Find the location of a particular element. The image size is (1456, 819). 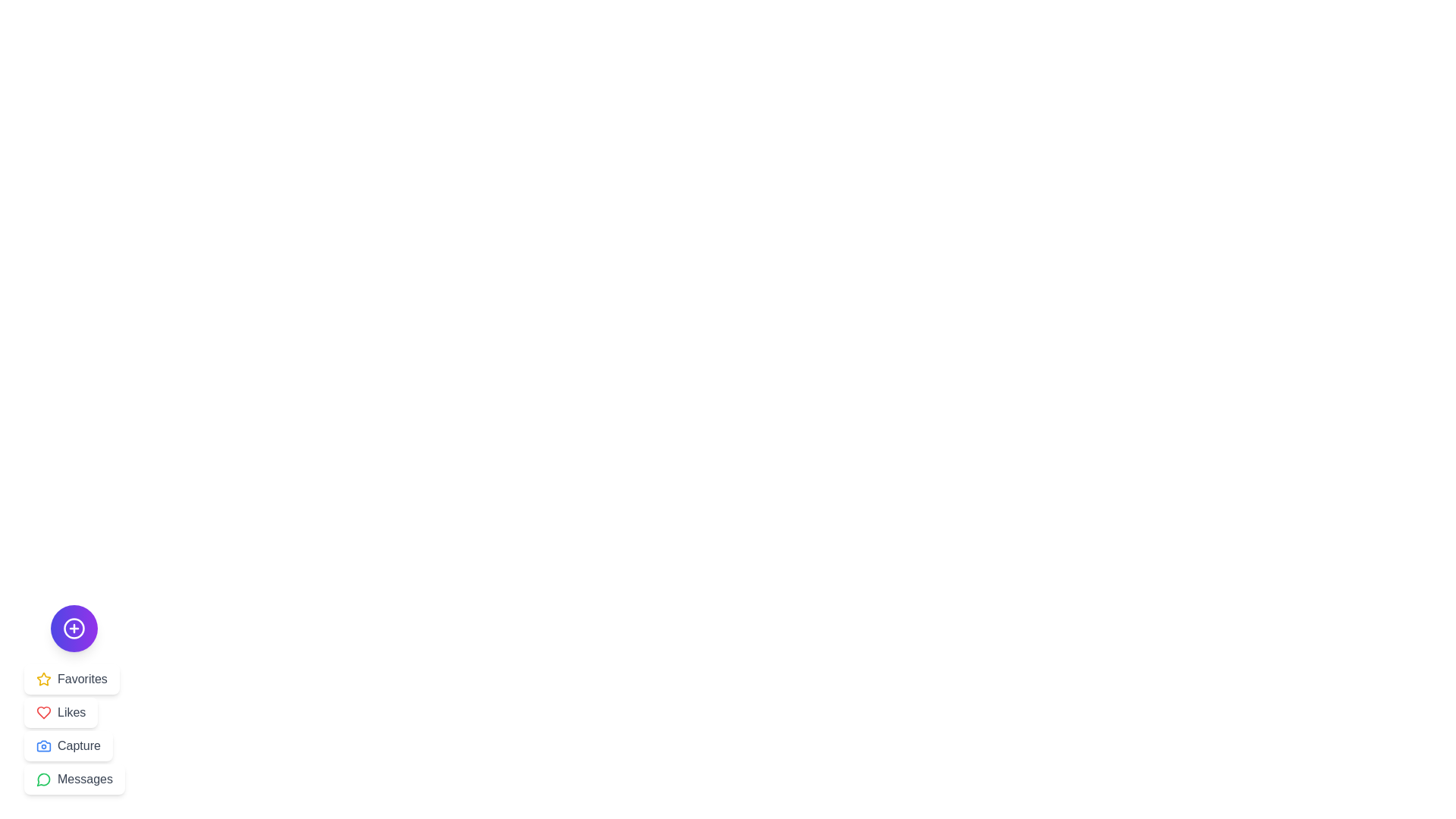

the Likes button from the menu is located at coordinates (61, 713).